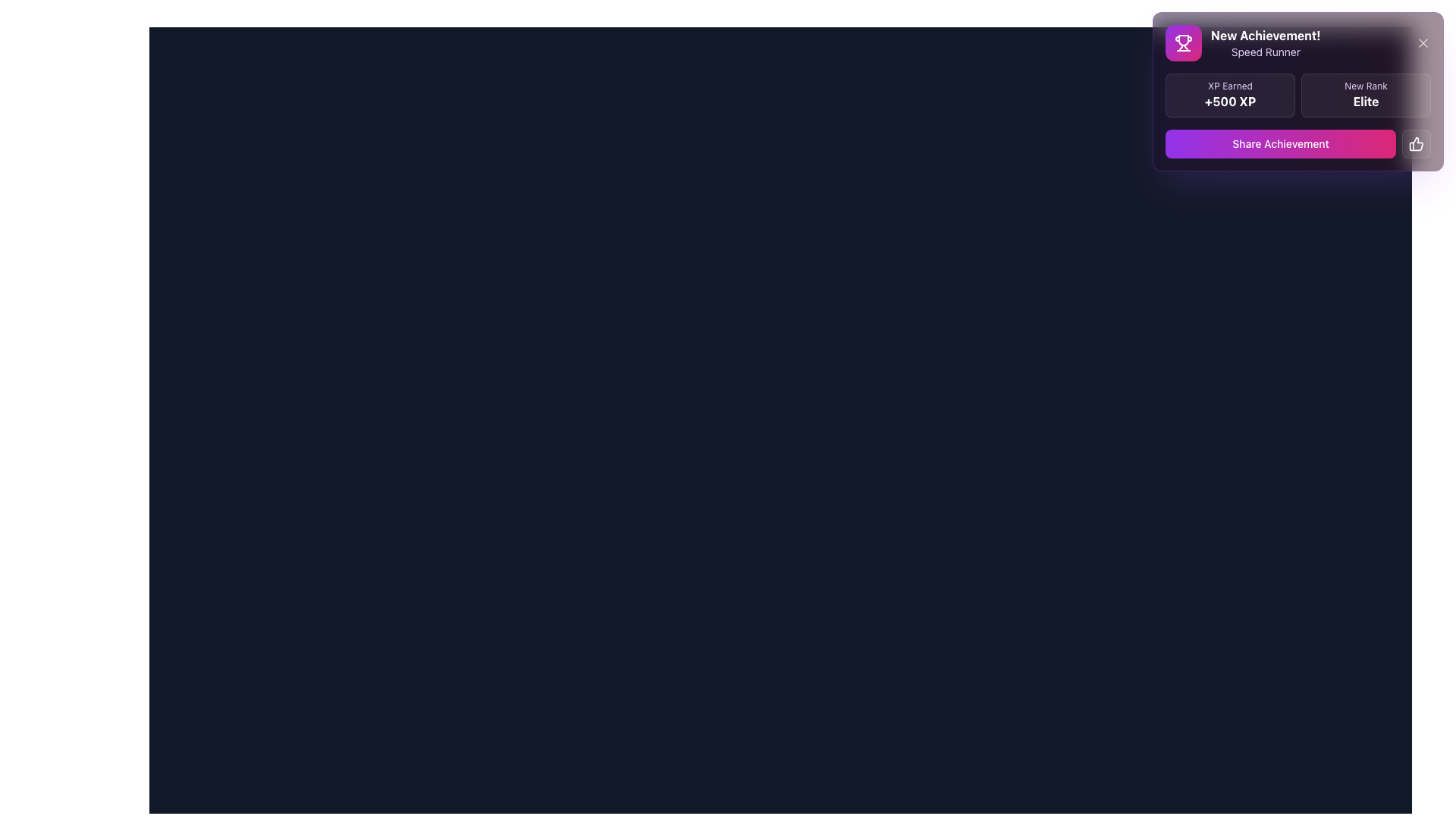 The width and height of the screenshot is (1456, 819). What do you see at coordinates (1182, 42) in the screenshot?
I see `the square-shaped icon with a rounded border, featuring a gradient background from purple to pink and a white trophy icon at its center, located at the top right corner of the interface` at bounding box center [1182, 42].